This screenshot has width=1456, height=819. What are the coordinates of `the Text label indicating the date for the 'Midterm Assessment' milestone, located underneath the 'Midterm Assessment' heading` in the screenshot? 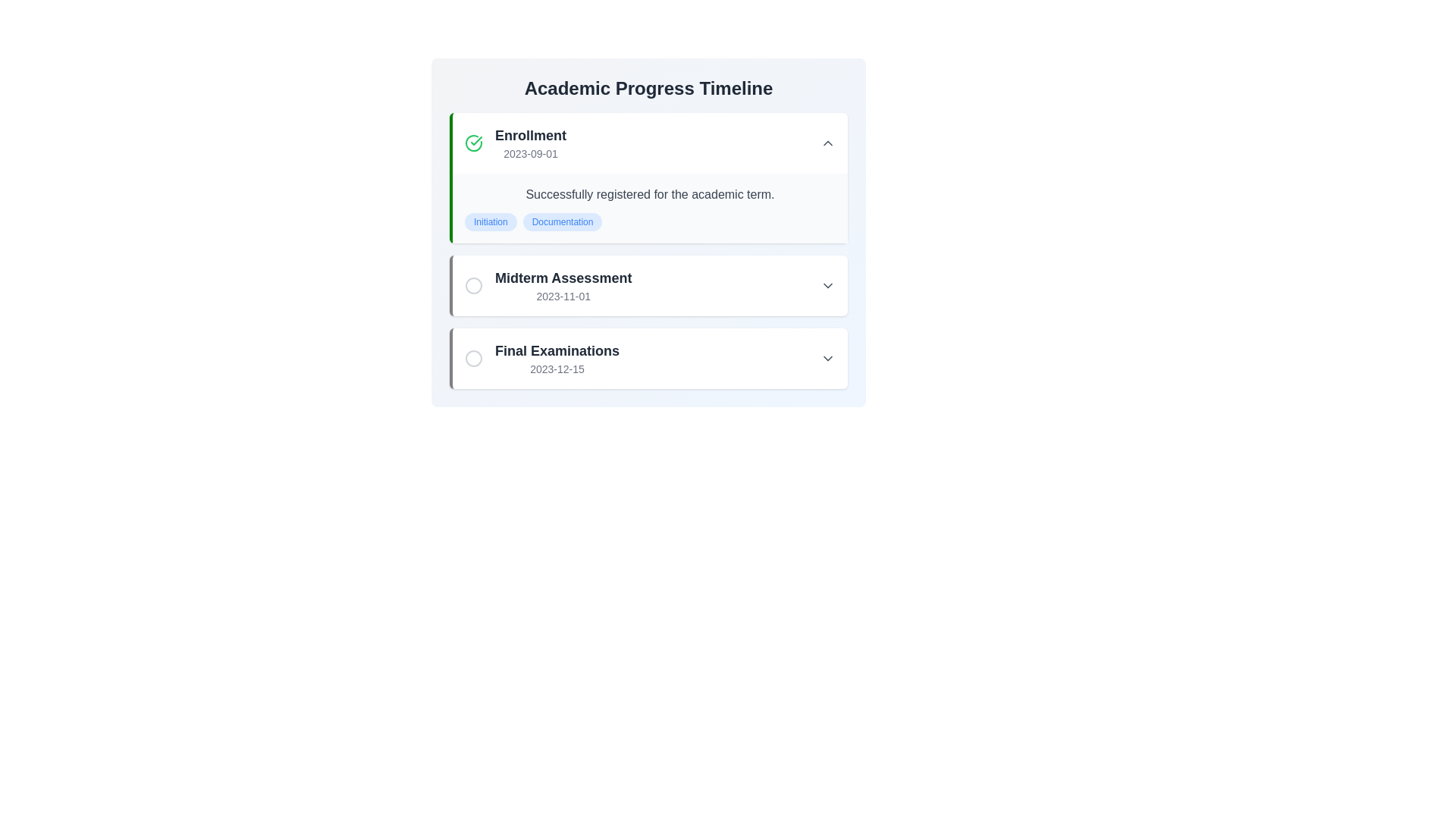 It's located at (563, 296).